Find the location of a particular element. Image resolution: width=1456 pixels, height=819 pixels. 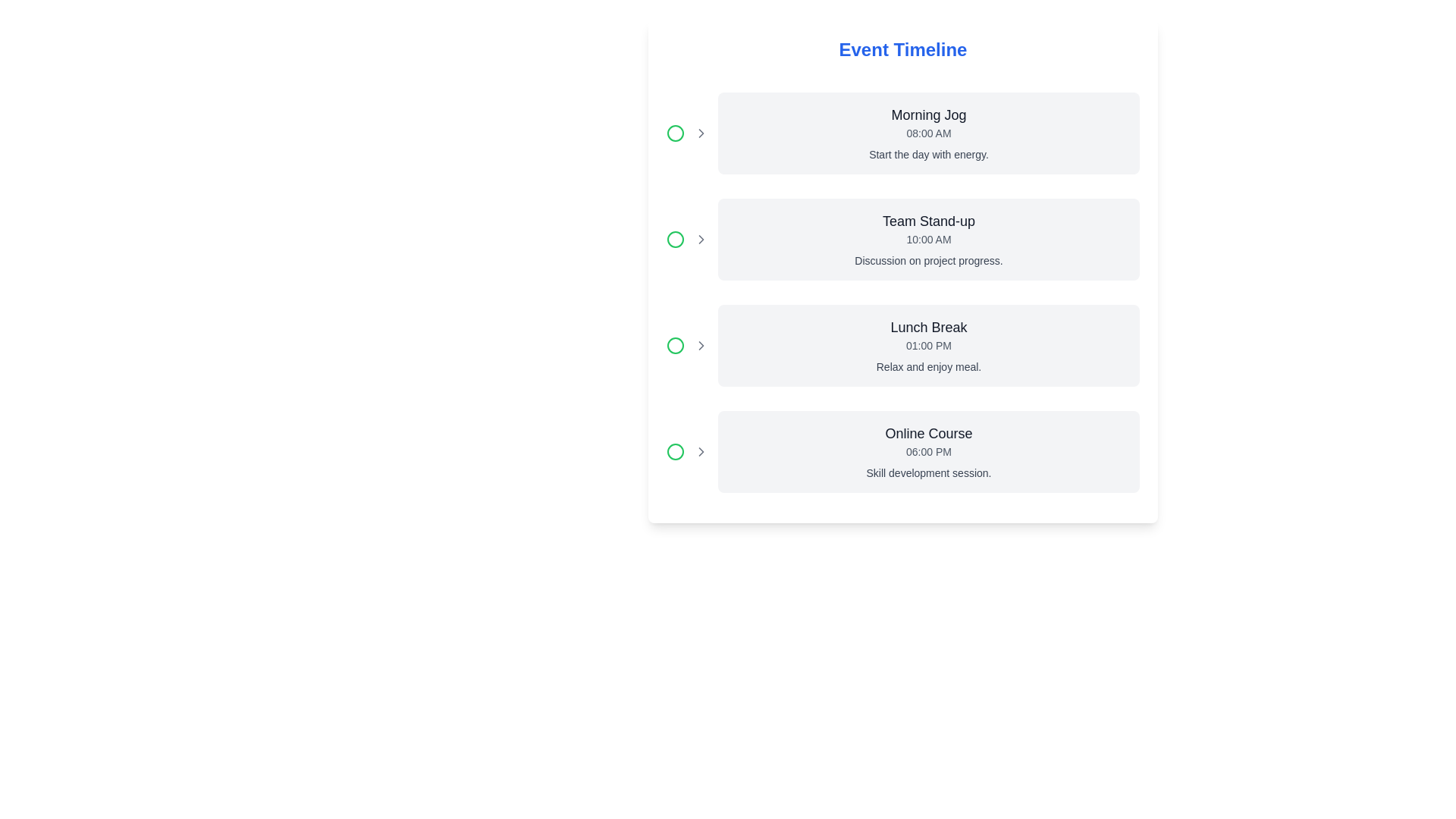

the right-pointing chevron icon next to the 'Relax and enjoy meal' text in the 'Lunch Break' section is located at coordinates (701, 345).